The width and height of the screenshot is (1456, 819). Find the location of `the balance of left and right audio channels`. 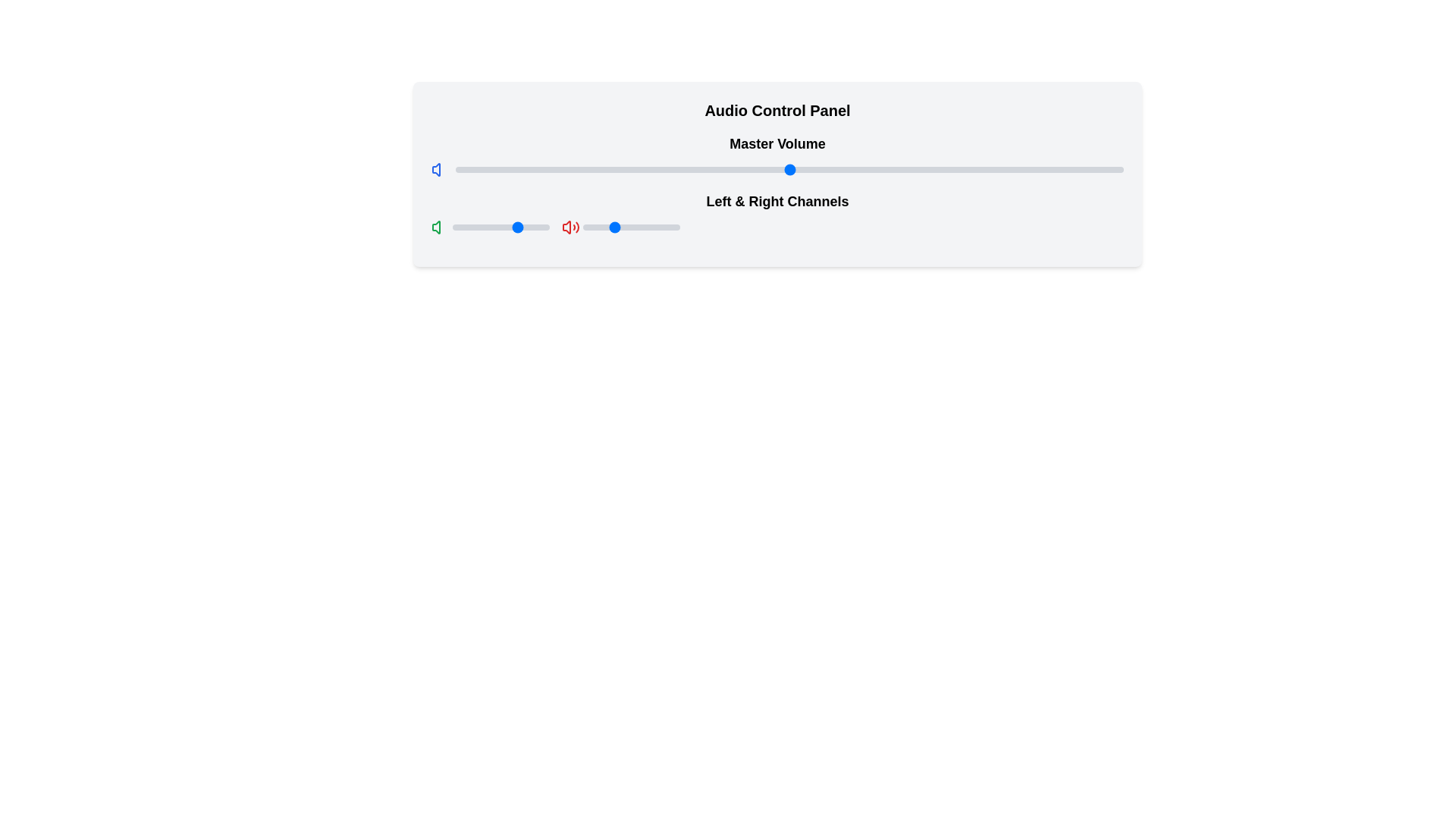

the balance of left and right audio channels is located at coordinates (619, 227).